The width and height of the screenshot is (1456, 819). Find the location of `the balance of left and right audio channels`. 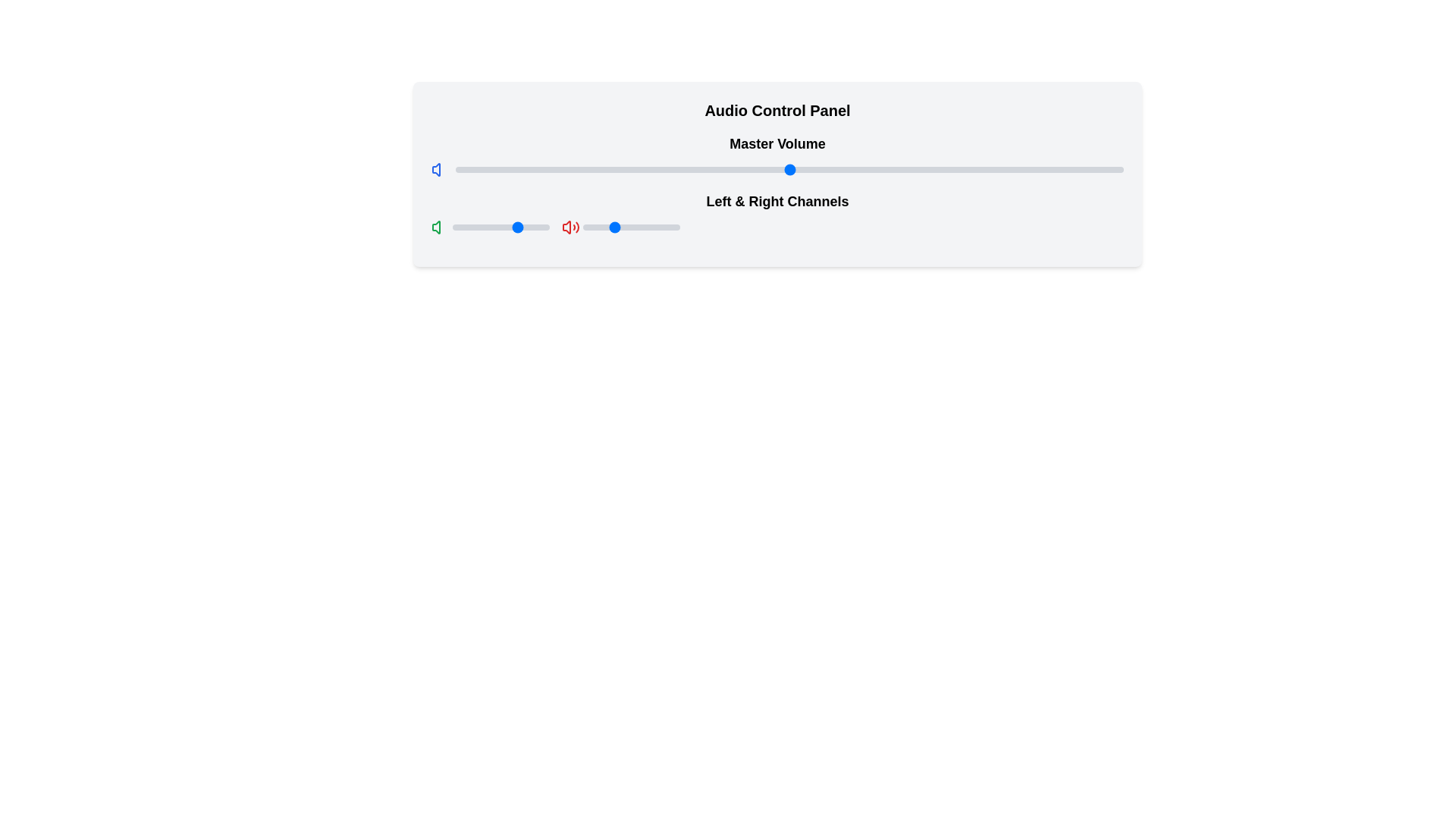

the balance of left and right audio channels is located at coordinates (619, 227).